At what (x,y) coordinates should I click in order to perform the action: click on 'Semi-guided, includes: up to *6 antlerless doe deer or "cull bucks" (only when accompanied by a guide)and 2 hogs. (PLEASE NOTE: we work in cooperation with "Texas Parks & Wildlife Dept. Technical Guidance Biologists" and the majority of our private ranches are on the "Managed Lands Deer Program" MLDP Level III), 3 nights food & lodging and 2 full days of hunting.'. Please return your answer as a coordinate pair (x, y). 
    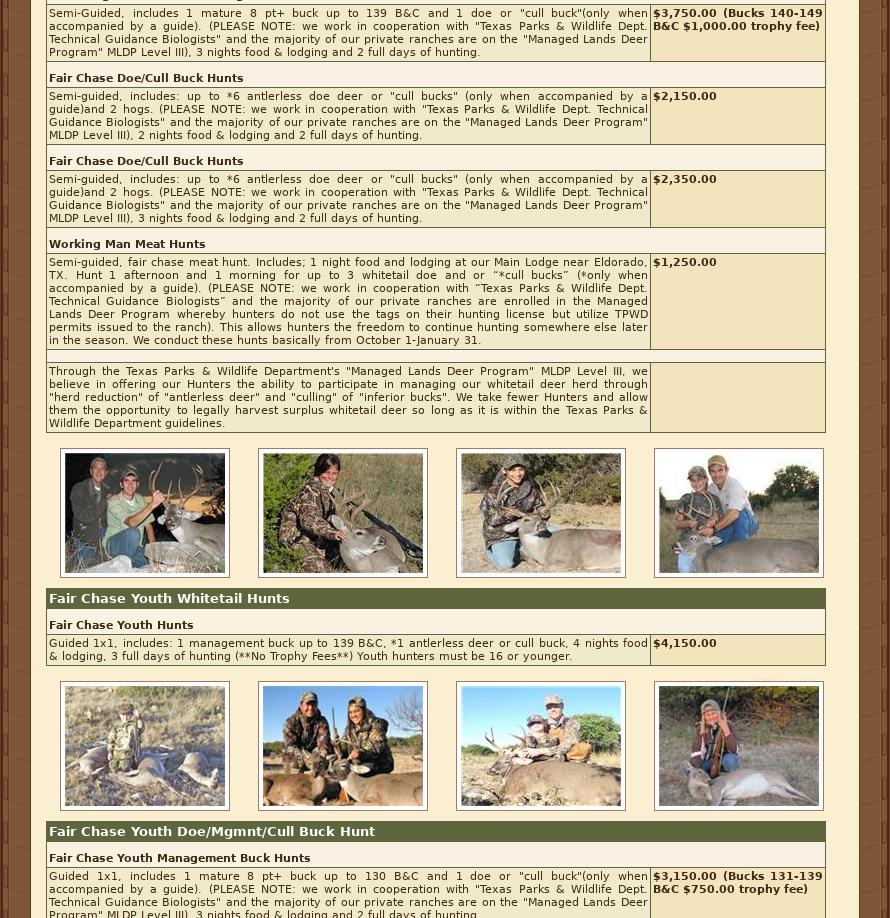
    Looking at the image, I should click on (348, 199).